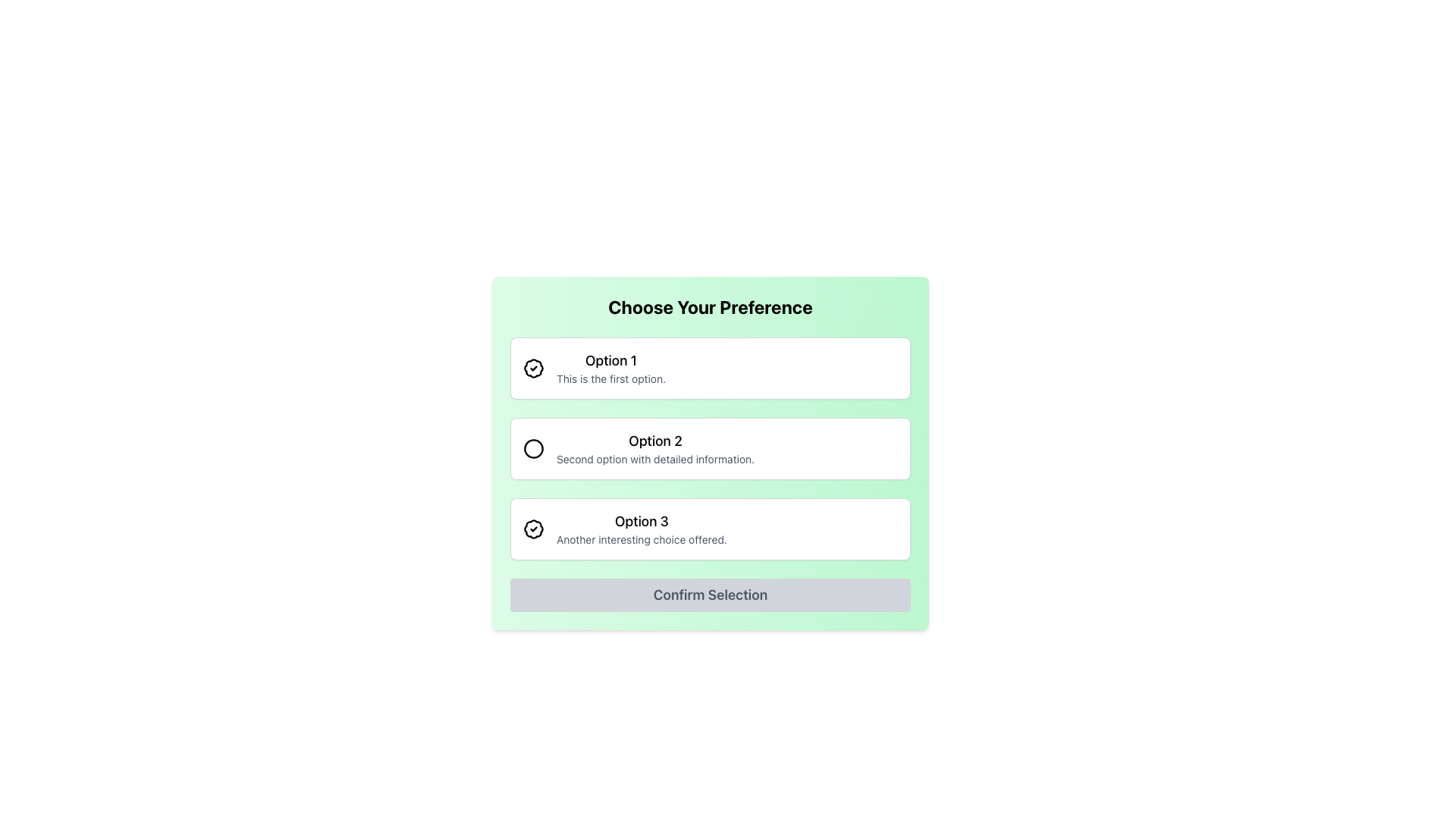 This screenshot has width=1456, height=819. What do you see at coordinates (655, 441) in the screenshot?
I see `the 'Option 2' text label, which is a header-like text styled with a noticeable font size and medium weight, located in the second option block within a list of options` at bounding box center [655, 441].